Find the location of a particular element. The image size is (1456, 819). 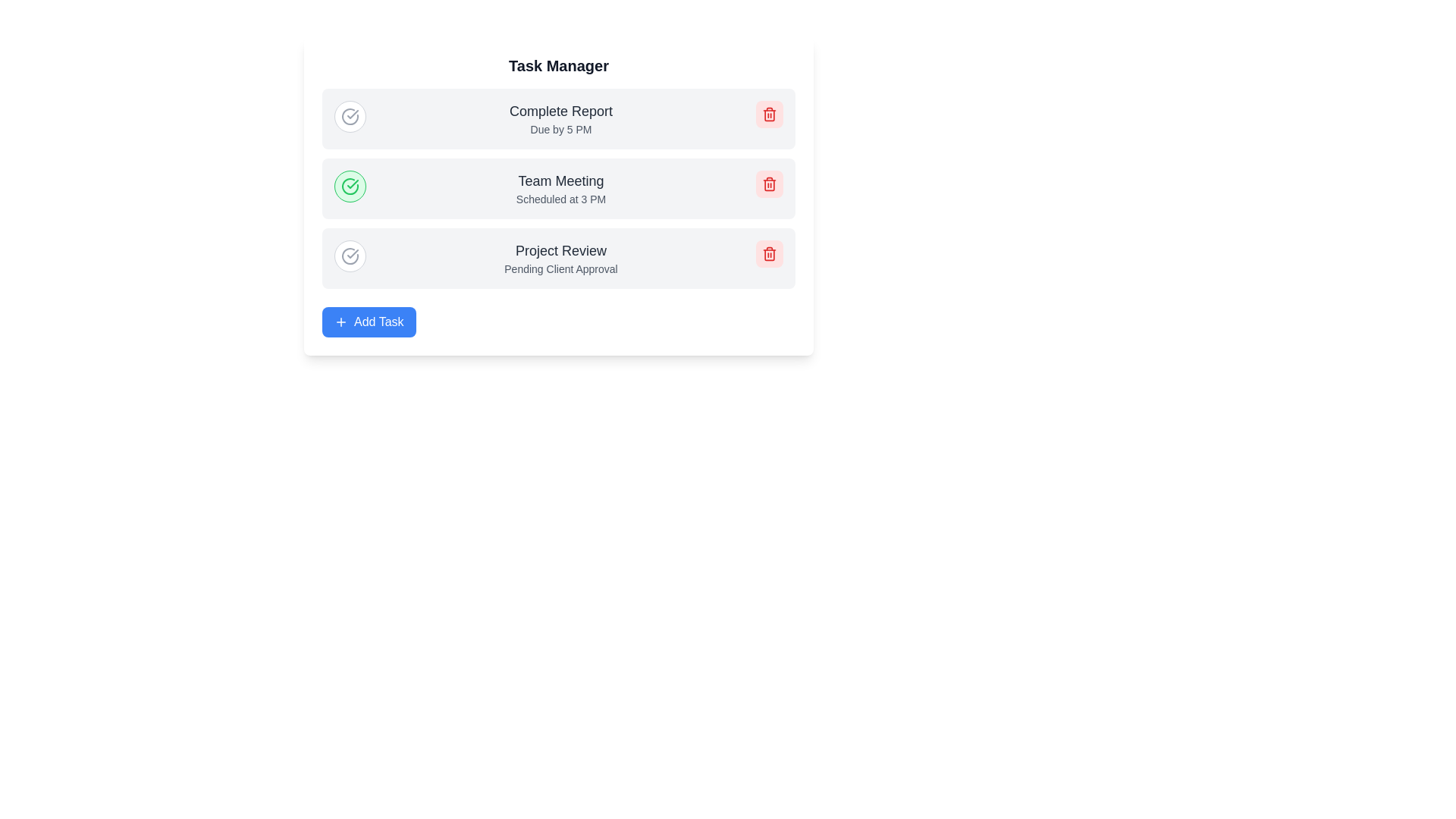

the curved rectangular part of the trash can icon, which is the main body of the can located in the right-side column of the task listing interface, aligned with the 'Complete Report' task is located at coordinates (769, 114).